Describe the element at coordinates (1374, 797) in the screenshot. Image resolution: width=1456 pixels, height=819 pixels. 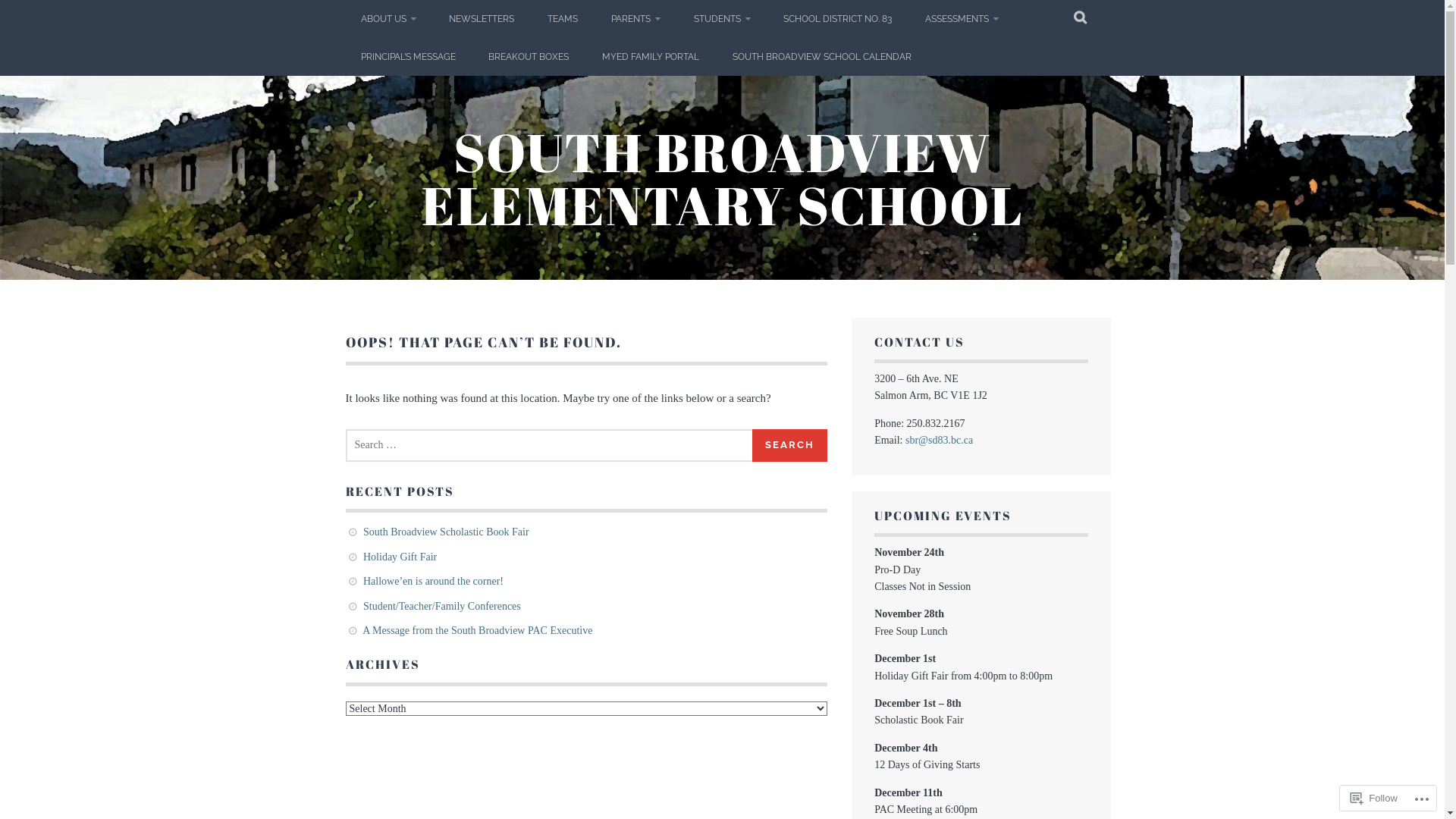
I see `'Follow'` at that location.